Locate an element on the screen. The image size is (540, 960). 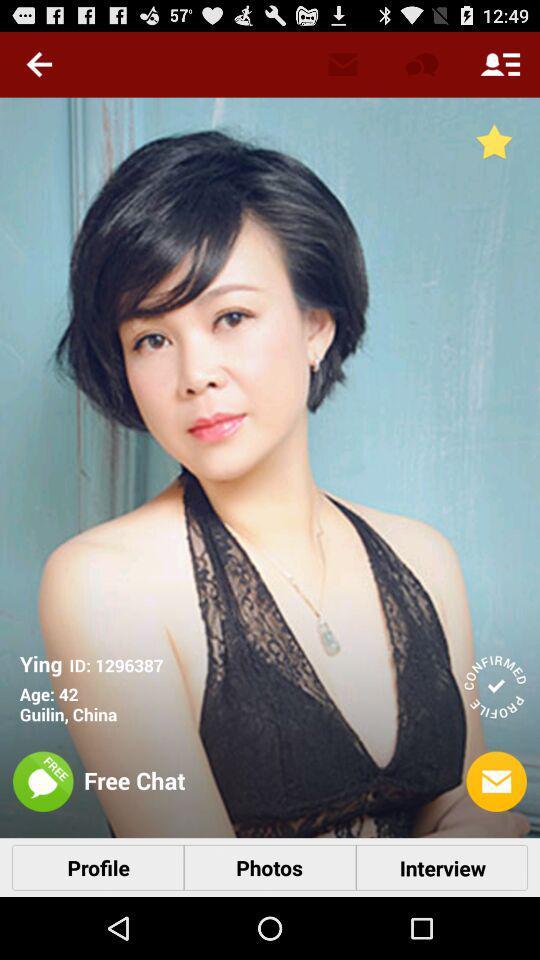
the chat icon at the top of the page is located at coordinates (420, 64).